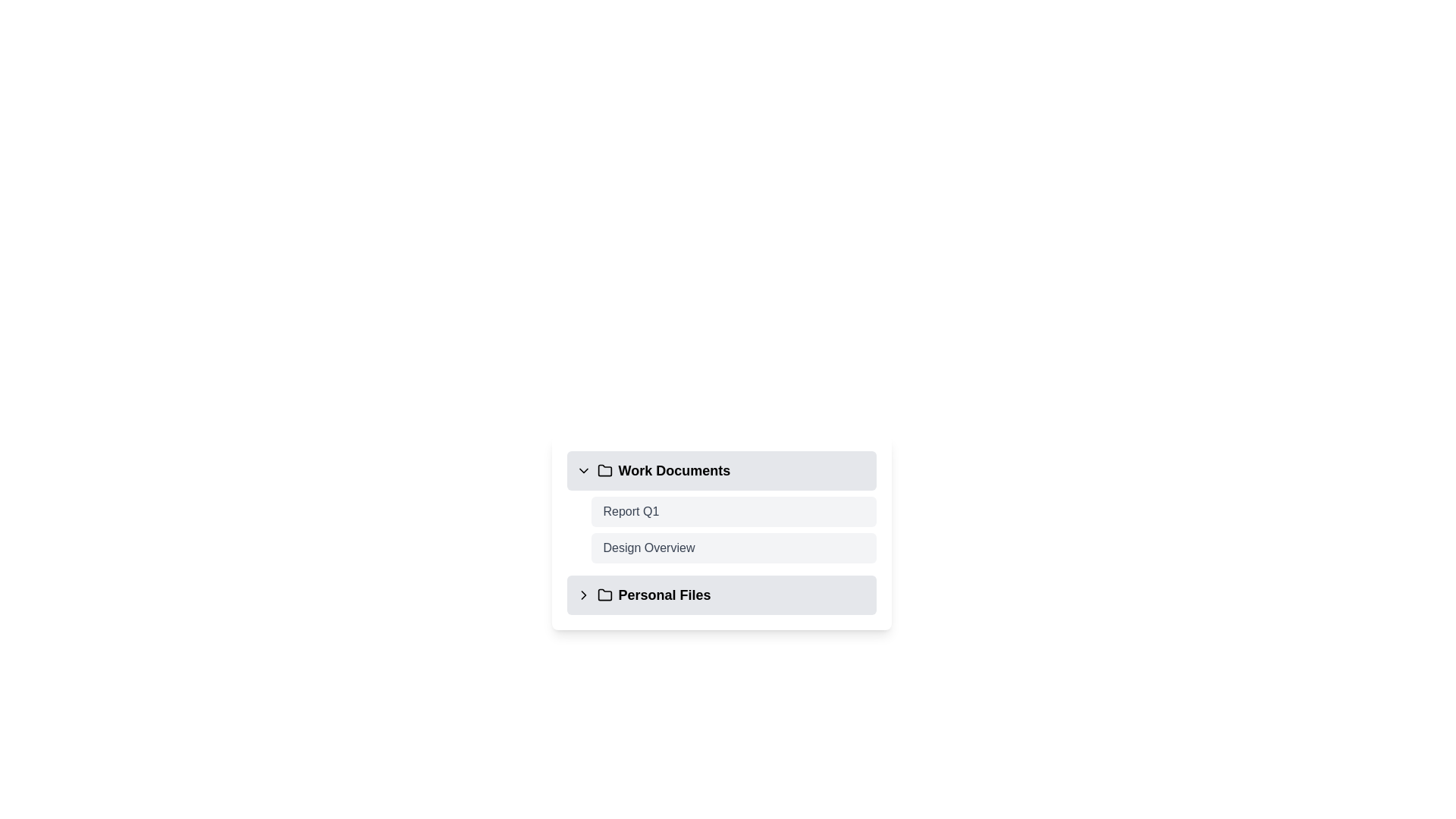  What do you see at coordinates (648, 548) in the screenshot?
I see `the static text label reading 'Design Overview' which is styled in gray on a light gray background, located within the 'Work Documents' section` at bounding box center [648, 548].